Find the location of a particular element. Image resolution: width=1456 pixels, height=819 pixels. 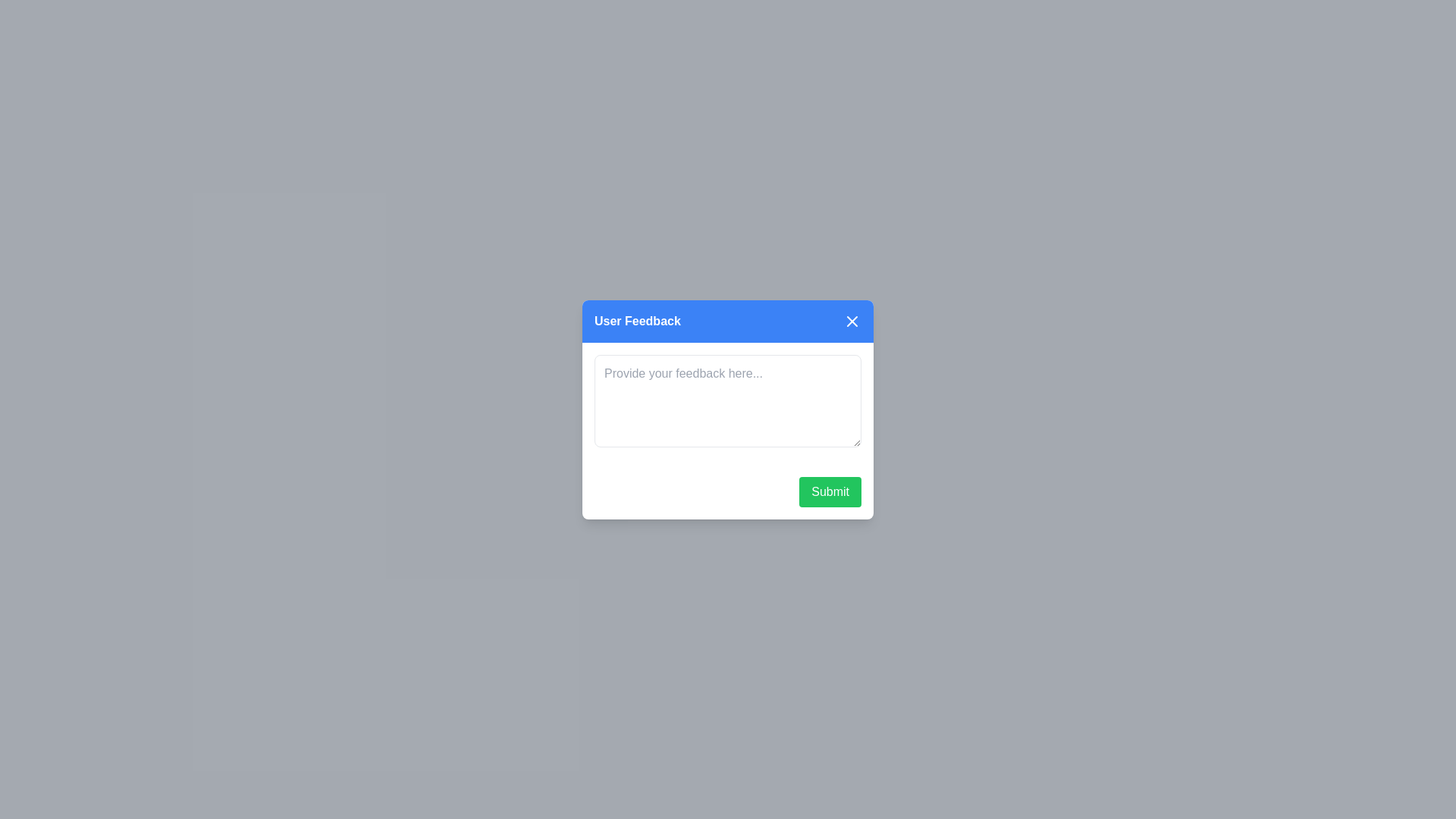

the close button (X) to close the dialog is located at coordinates (852, 320).